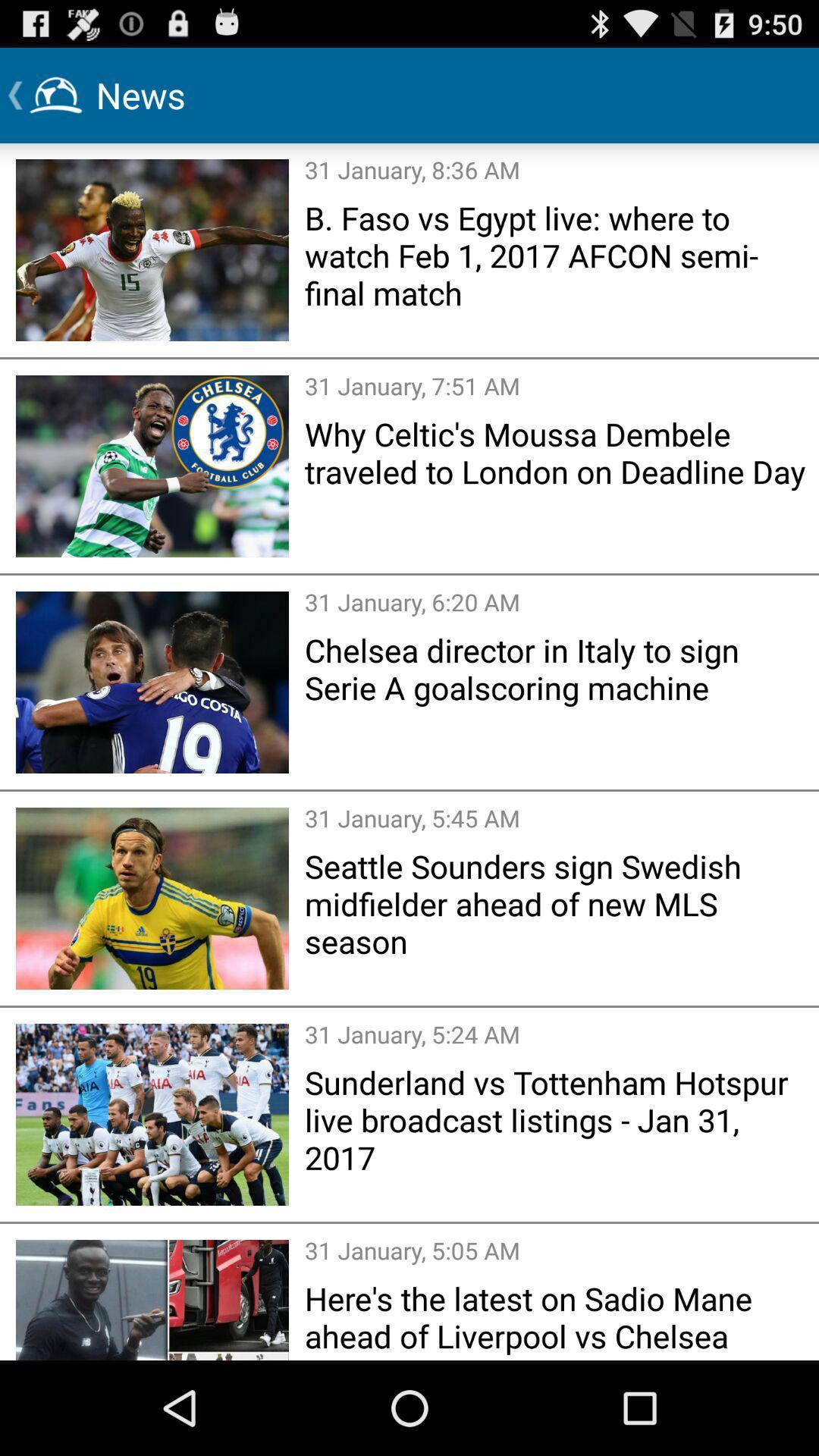 This screenshot has height=1456, width=819. I want to click on sunderland vs tottenham icon, so click(557, 1119).